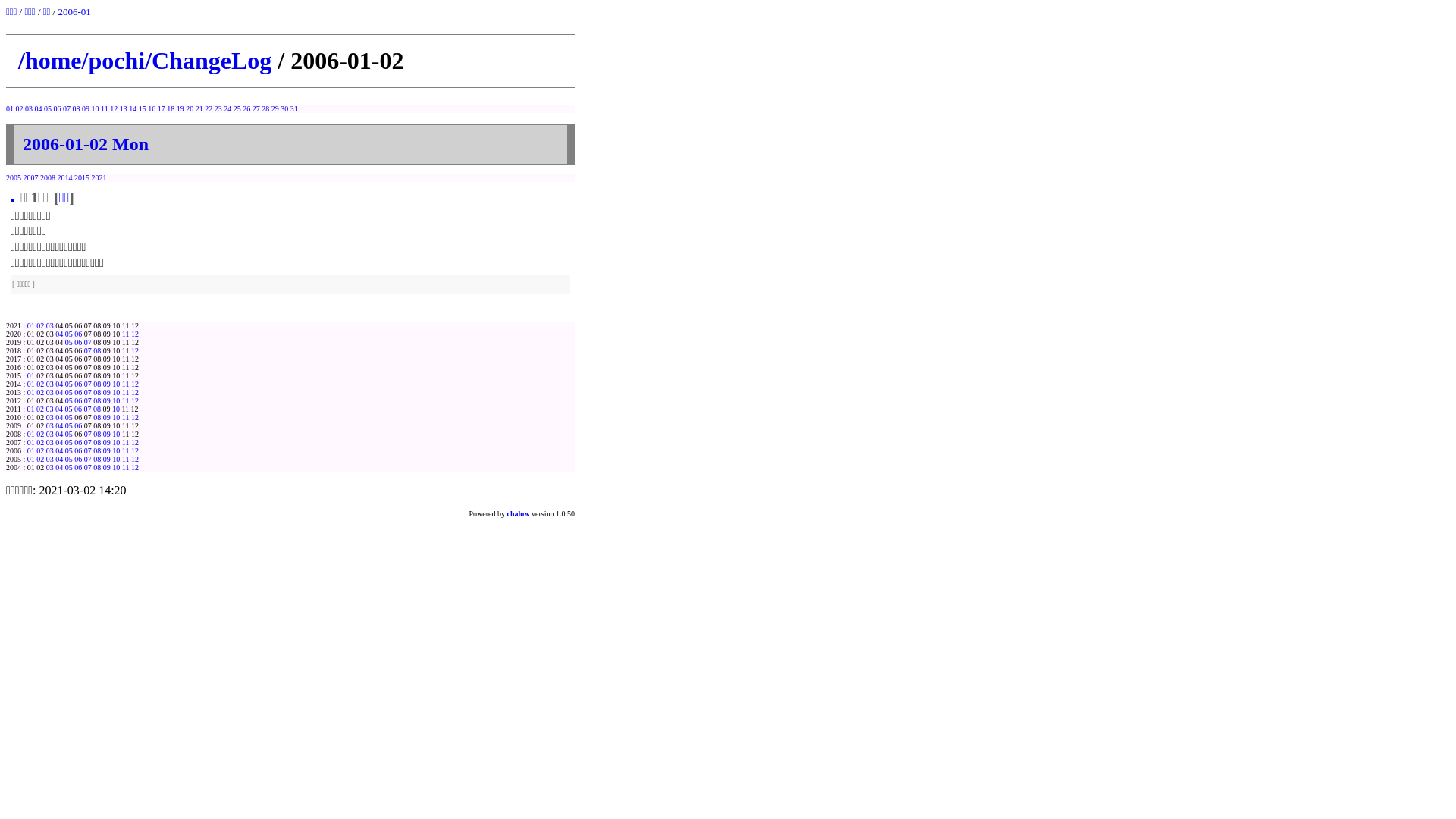 The height and width of the screenshot is (819, 1456). What do you see at coordinates (105, 400) in the screenshot?
I see `'09'` at bounding box center [105, 400].